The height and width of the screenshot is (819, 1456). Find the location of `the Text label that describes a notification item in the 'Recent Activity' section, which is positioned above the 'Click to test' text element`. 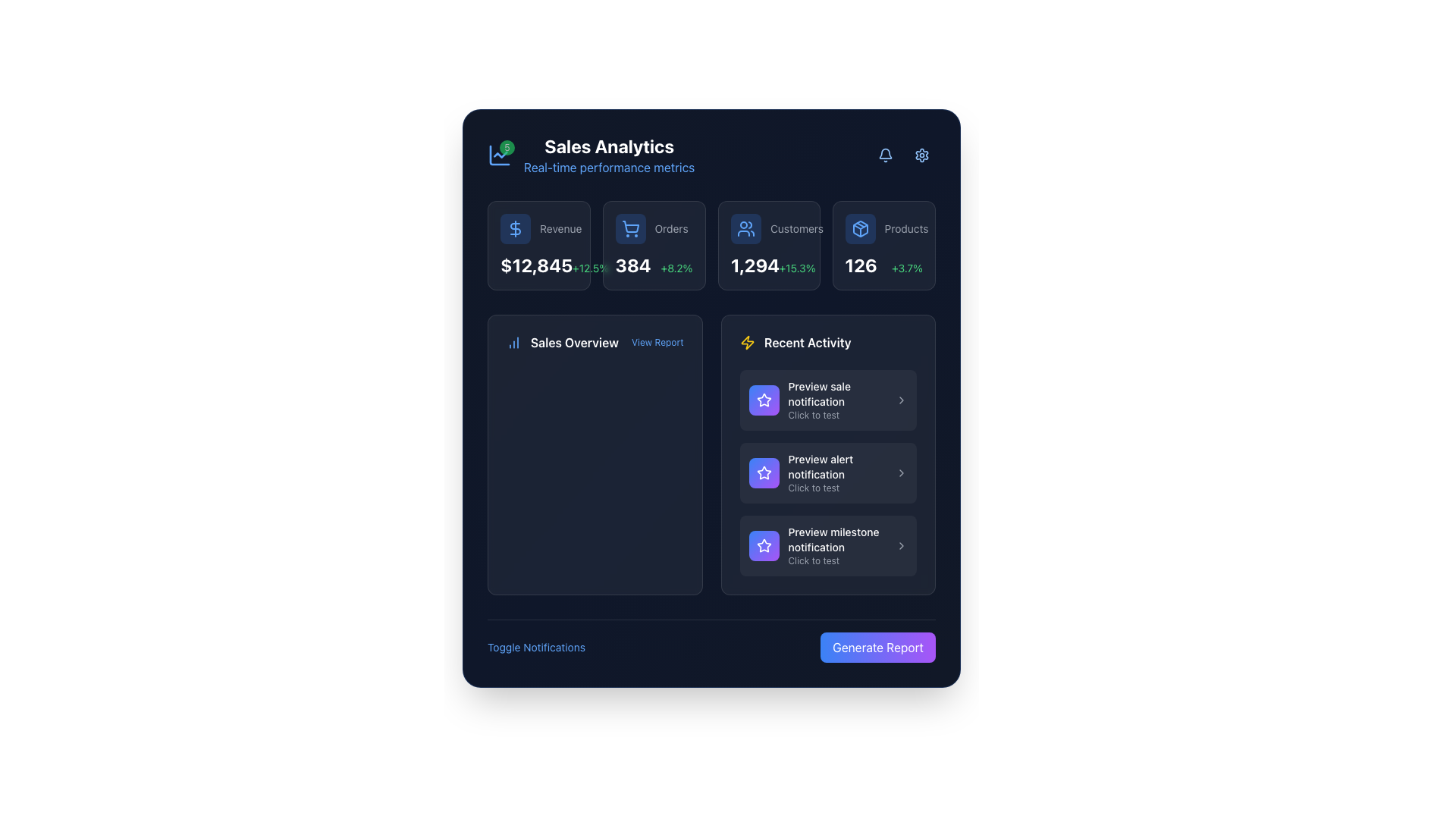

the Text label that describes a notification item in the 'Recent Activity' section, which is positioned above the 'Click to test' text element is located at coordinates (836, 394).